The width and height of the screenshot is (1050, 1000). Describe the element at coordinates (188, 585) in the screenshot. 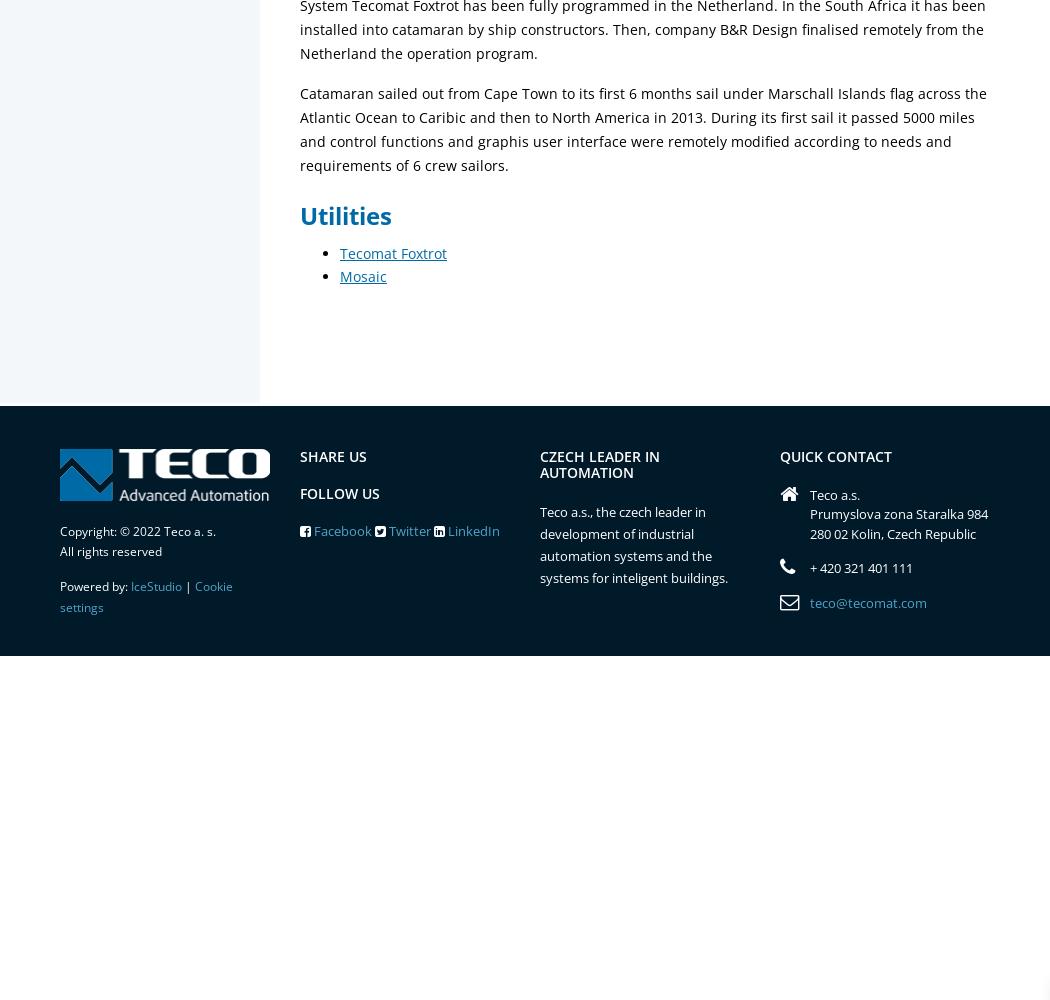

I see `'|'` at that location.